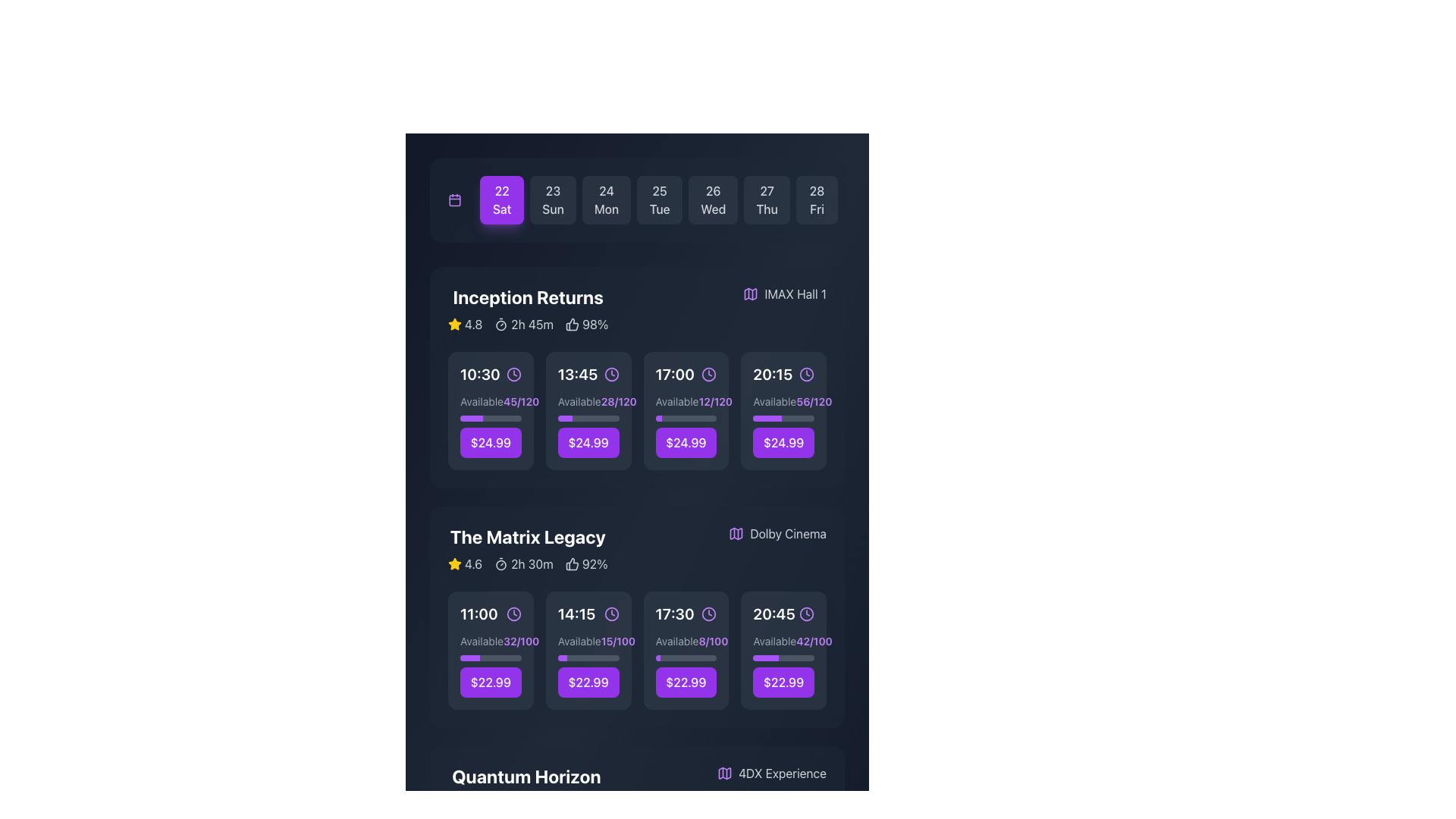 This screenshot has width=1456, height=819. I want to click on displayed time ('17:00') and seating information ('12/120') from the interactive card element with a gray background and a purple button at the bottom, so click(685, 411).